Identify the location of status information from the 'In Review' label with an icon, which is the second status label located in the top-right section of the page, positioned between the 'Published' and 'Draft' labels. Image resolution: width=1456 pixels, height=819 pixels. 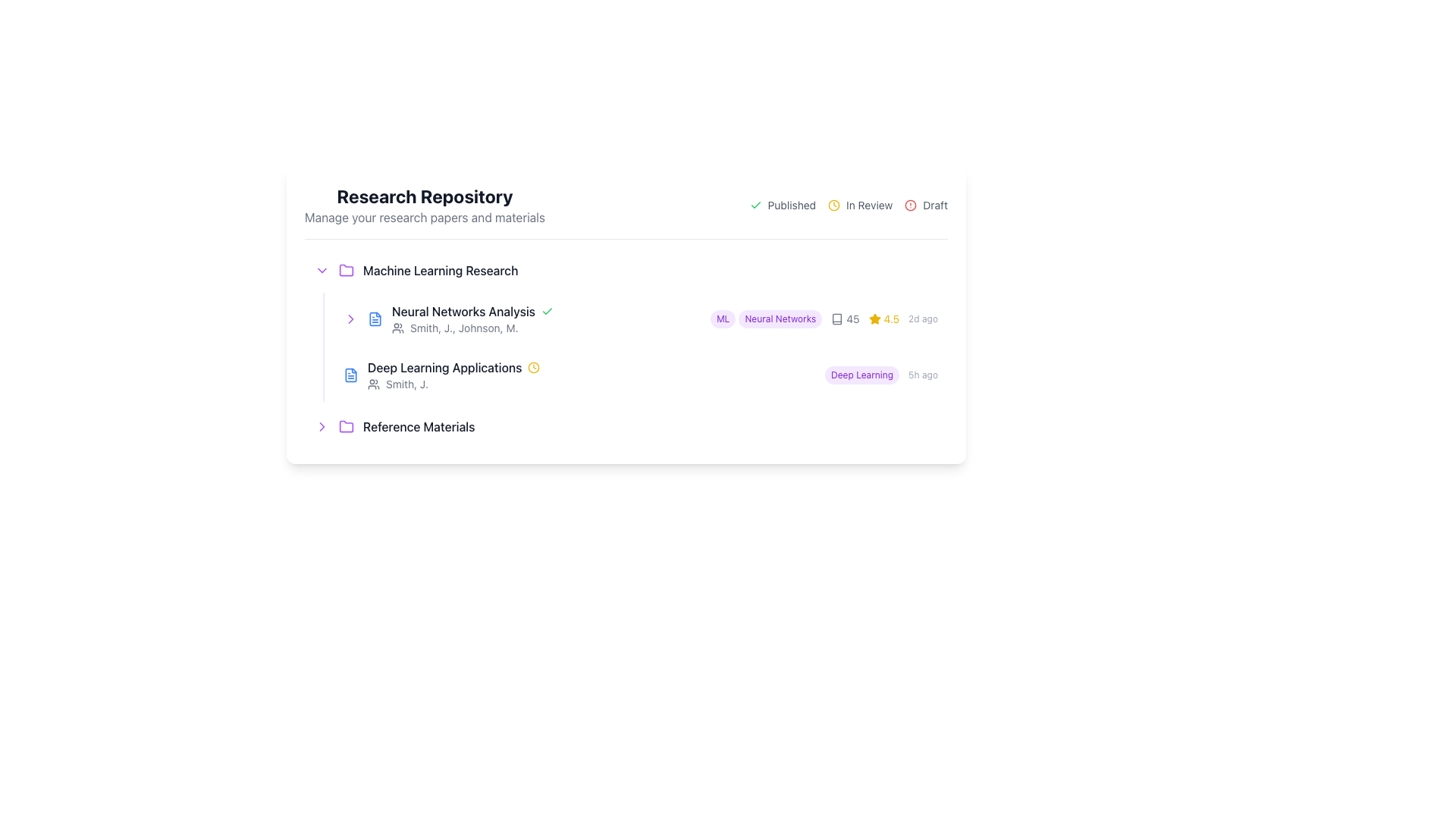
(860, 205).